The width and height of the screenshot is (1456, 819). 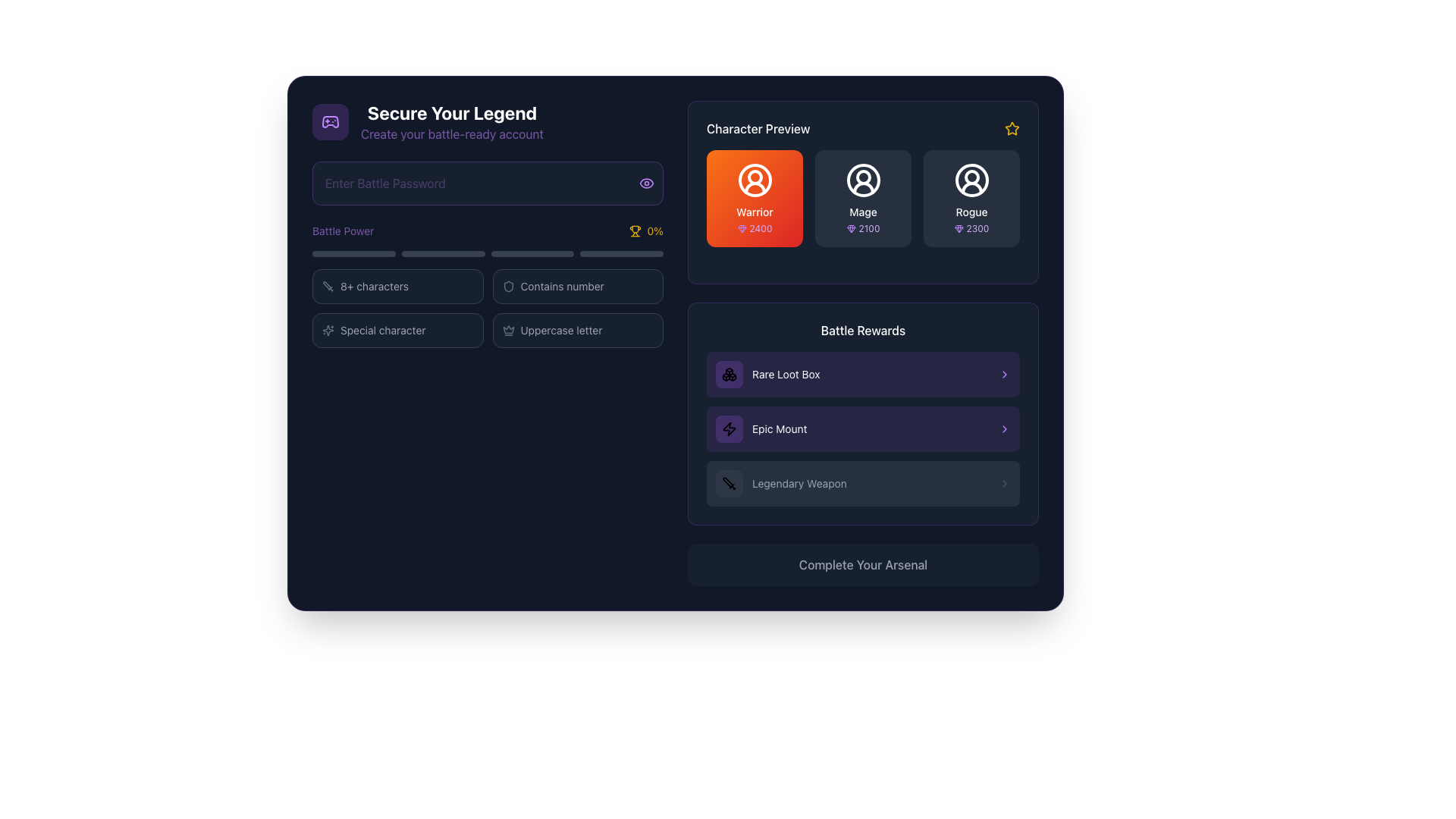 What do you see at coordinates (577, 287) in the screenshot?
I see `the password complexity indicator that specifies the requirement for at least one numeric character` at bounding box center [577, 287].